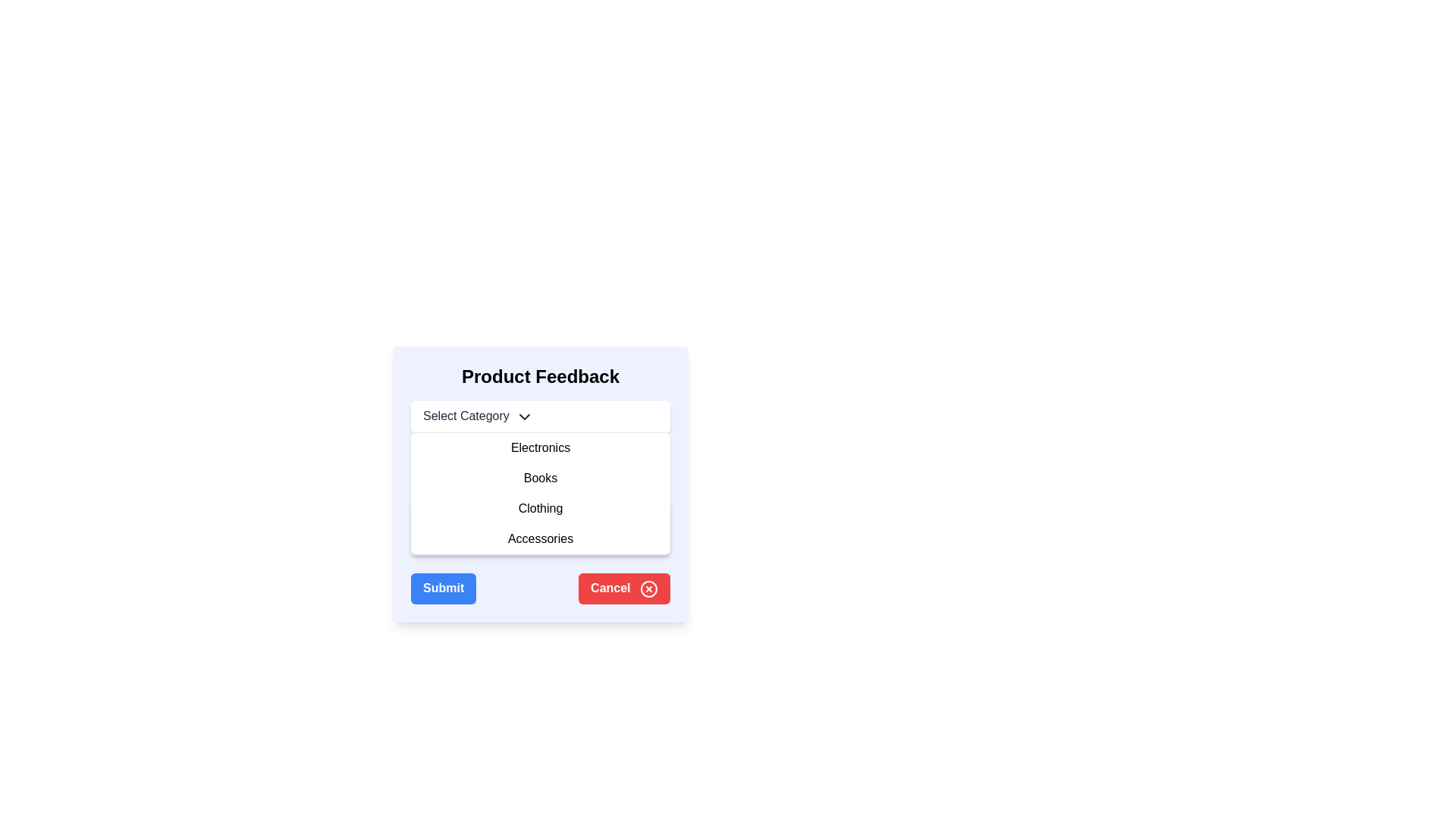 Image resolution: width=1456 pixels, height=819 pixels. What do you see at coordinates (541, 537) in the screenshot?
I see `the 'Accessories' dropdown menu option, which is the fourth item in the dropdown list below the 'Select Category' button, to change its background color to gray` at bounding box center [541, 537].